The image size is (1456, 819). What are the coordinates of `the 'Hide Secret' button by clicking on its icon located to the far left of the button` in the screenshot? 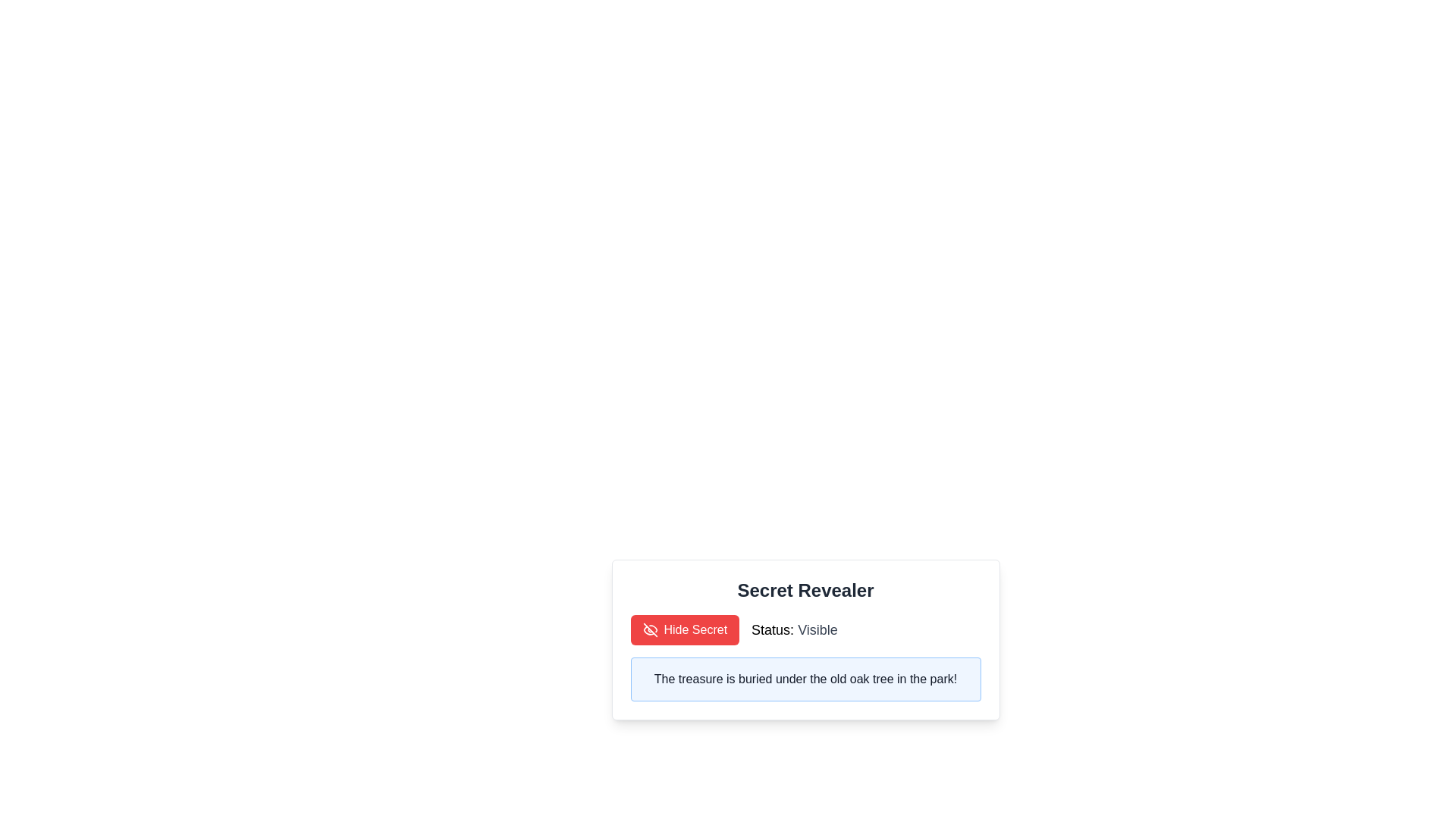 It's located at (650, 629).